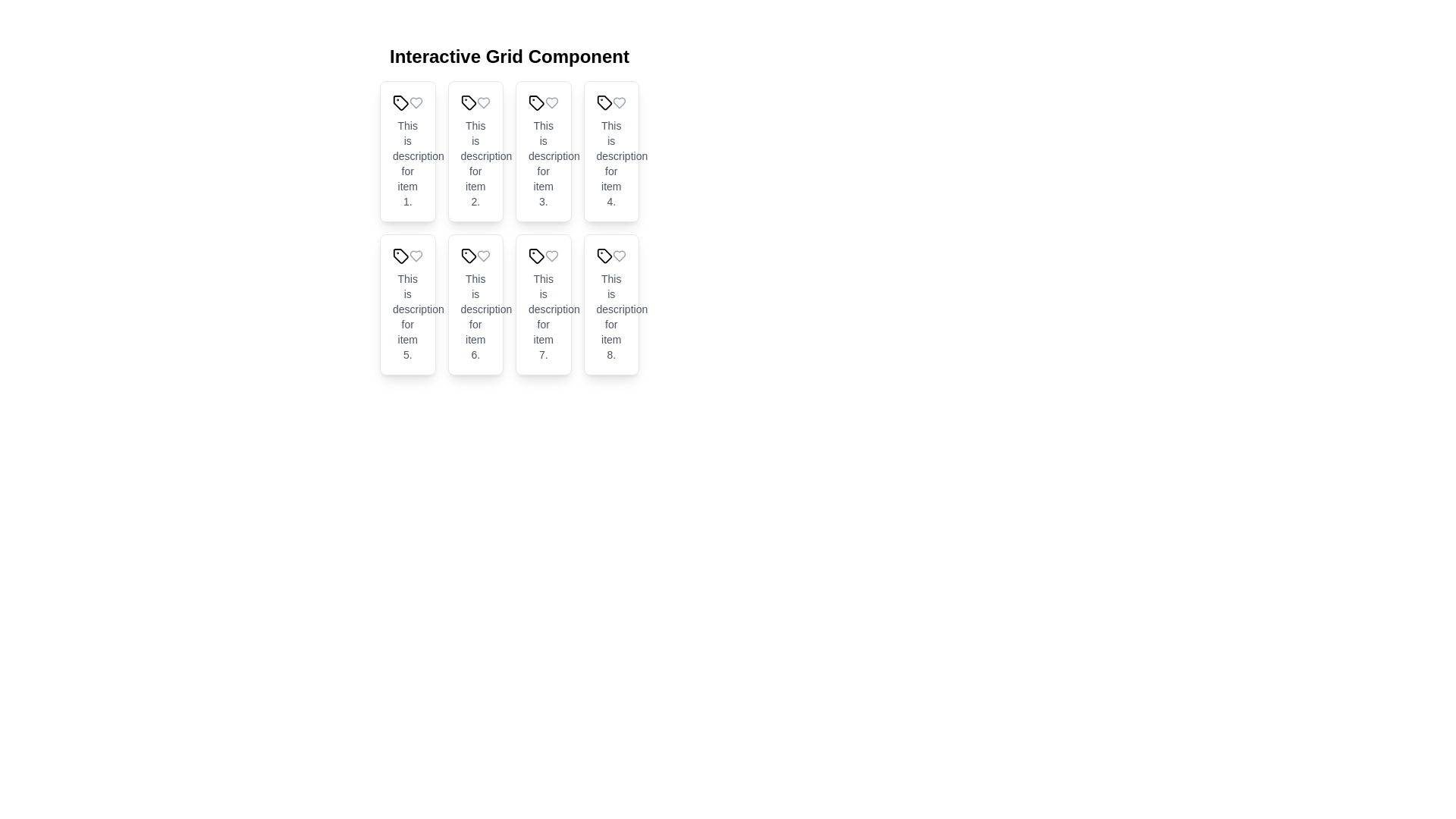 This screenshot has height=819, width=1456. Describe the element at coordinates (416, 256) in the screenshot. I see `the heart-shaped icon for 'like' or 'favorite' located above the description text for item 5` at that location.